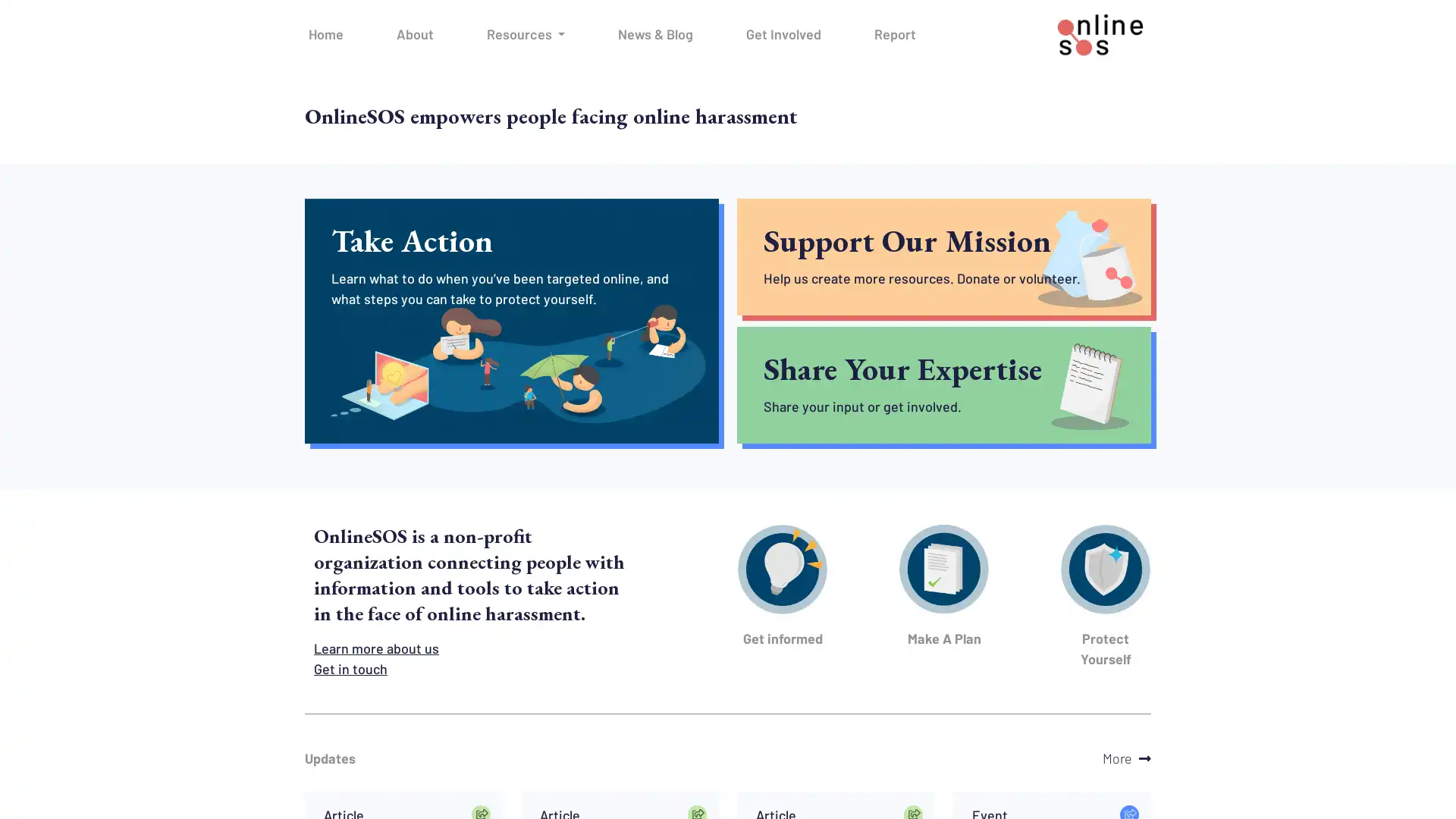  Describe the element at coordinates (525, 33) in the screenshot. I see `Resources` at that location.